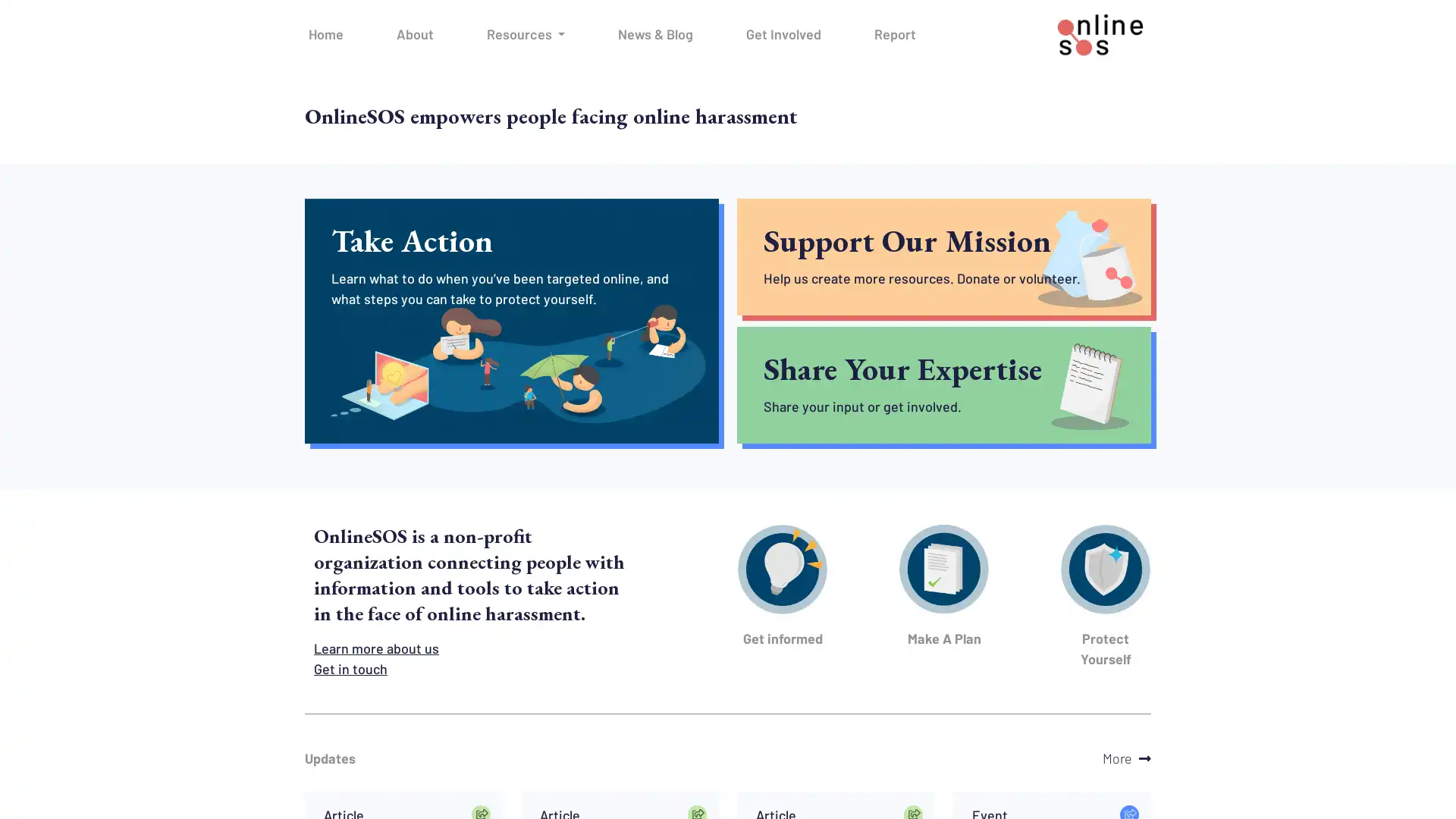  Describe the element at coordinates (525, 33) in the screenshot. I see `Resources` at that location.